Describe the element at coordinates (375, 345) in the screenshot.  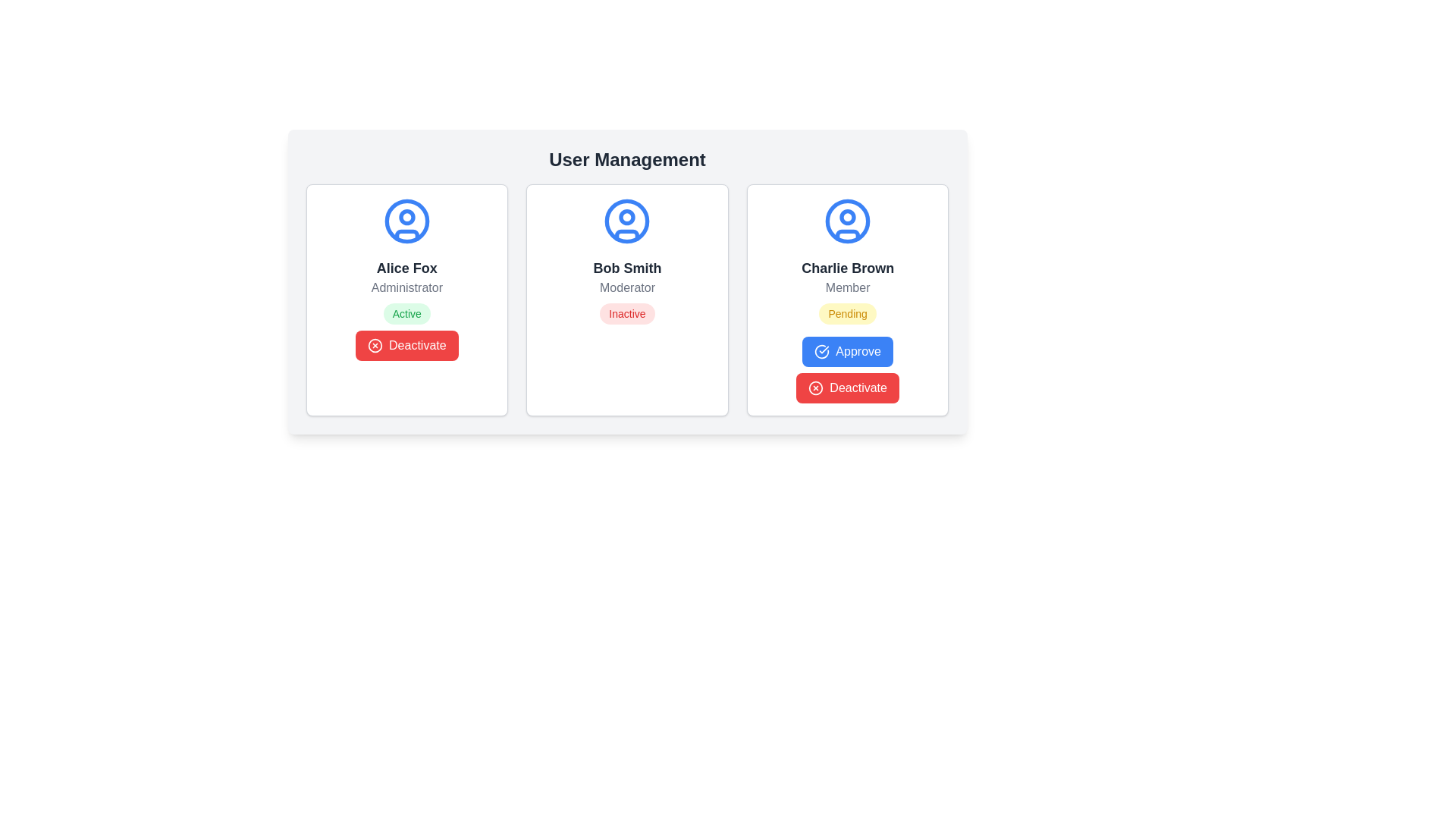
I see `the 'Deactivate' icon located inside the red 'Deactivate' button in the bottom-left corner of the card for user 'Alice Fox'` at that location.